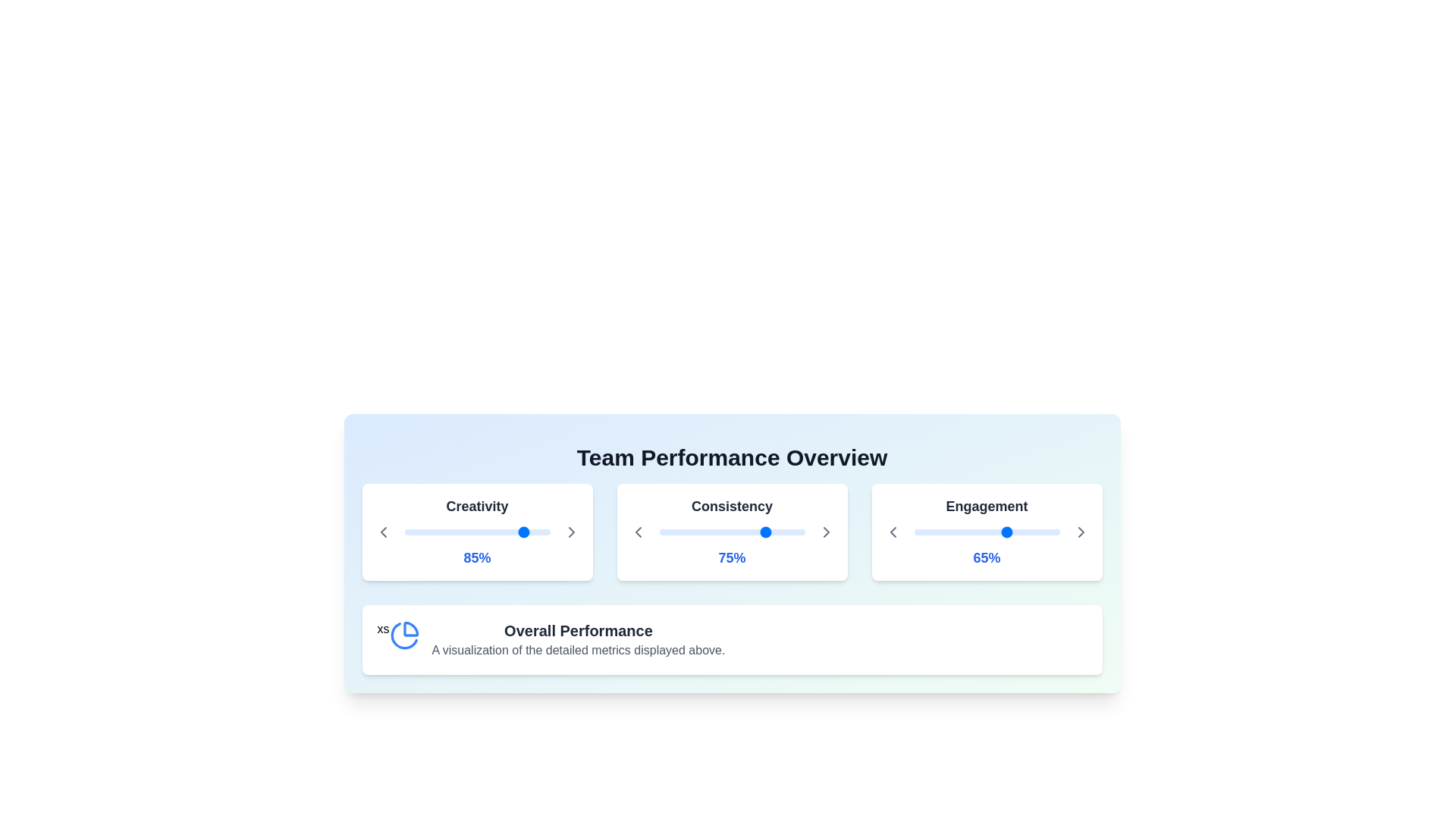 Image resolution: width=1456 pixels, height=819 pixels. Describe the element at coordinates (732, 509) in the screenshot. I see `the bold text label displaying 'Consistency' located at the top of the card within the interface` at that location.